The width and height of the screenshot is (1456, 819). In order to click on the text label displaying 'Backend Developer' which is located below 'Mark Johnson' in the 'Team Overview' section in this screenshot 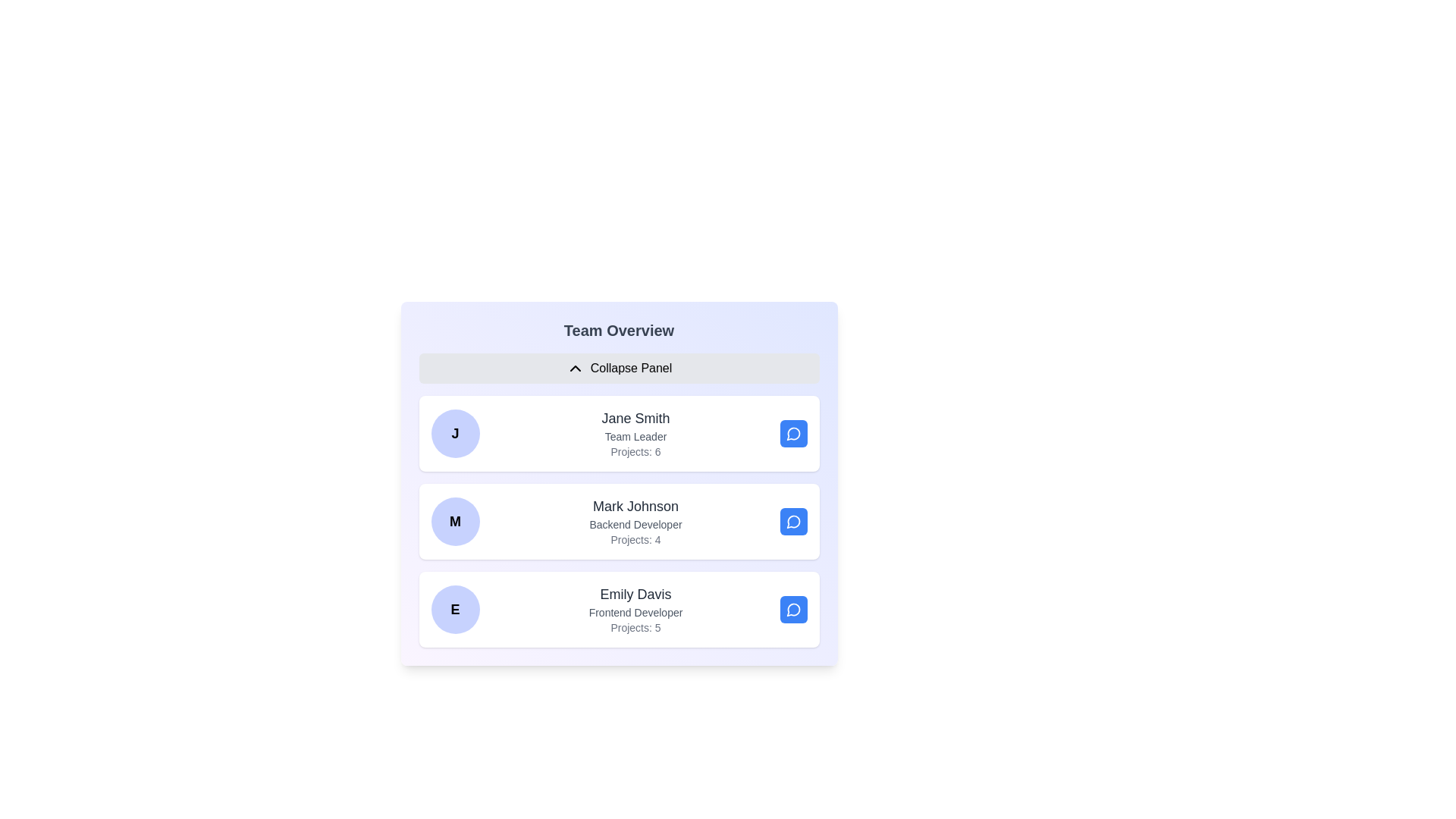, I will do `click(635, 523)`.